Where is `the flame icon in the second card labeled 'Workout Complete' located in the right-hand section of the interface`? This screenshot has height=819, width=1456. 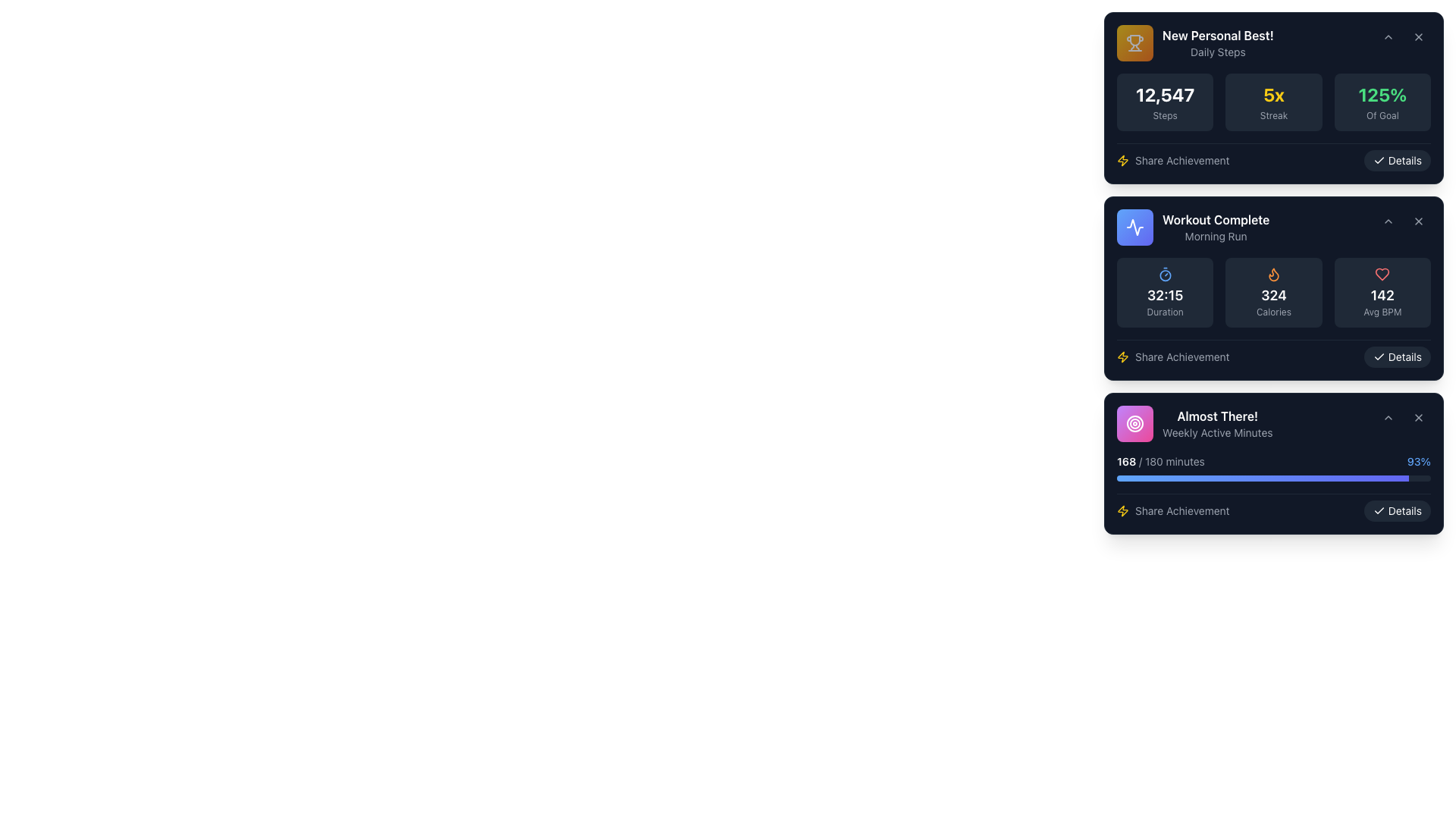 the flame icon in the second card labeled 'Workout Complete' located in the right-hand section of the interface is located at coordinates (1274, 275).